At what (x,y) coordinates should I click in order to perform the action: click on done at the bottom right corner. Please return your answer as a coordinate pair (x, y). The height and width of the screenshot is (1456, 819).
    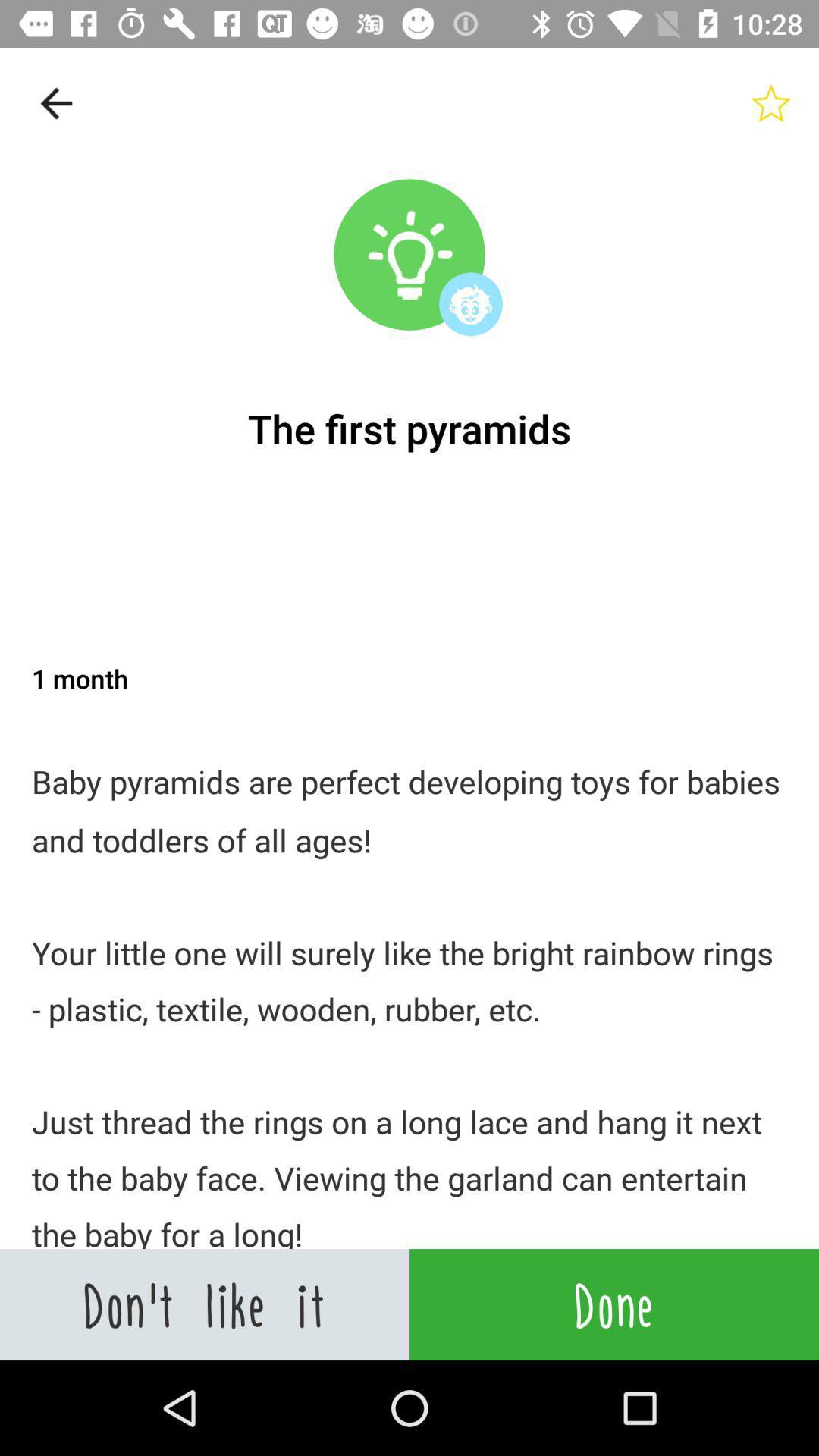
    Looking at the image, I should click on (614, 1304).